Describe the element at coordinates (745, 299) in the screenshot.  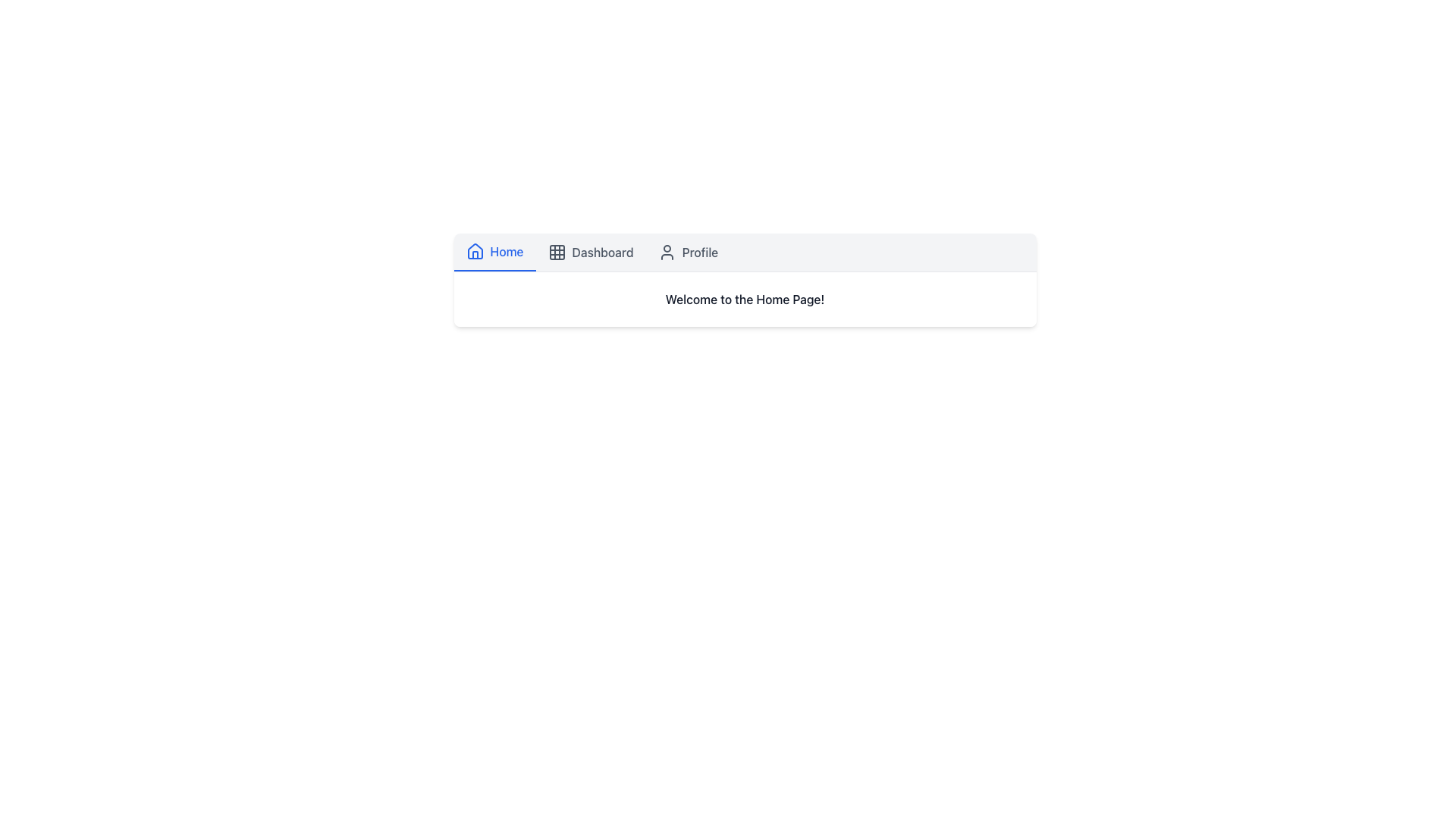
I see `the text element displaying 'Welcome to the Home Page!', which is centrally aligned below the navigation section` at that location.